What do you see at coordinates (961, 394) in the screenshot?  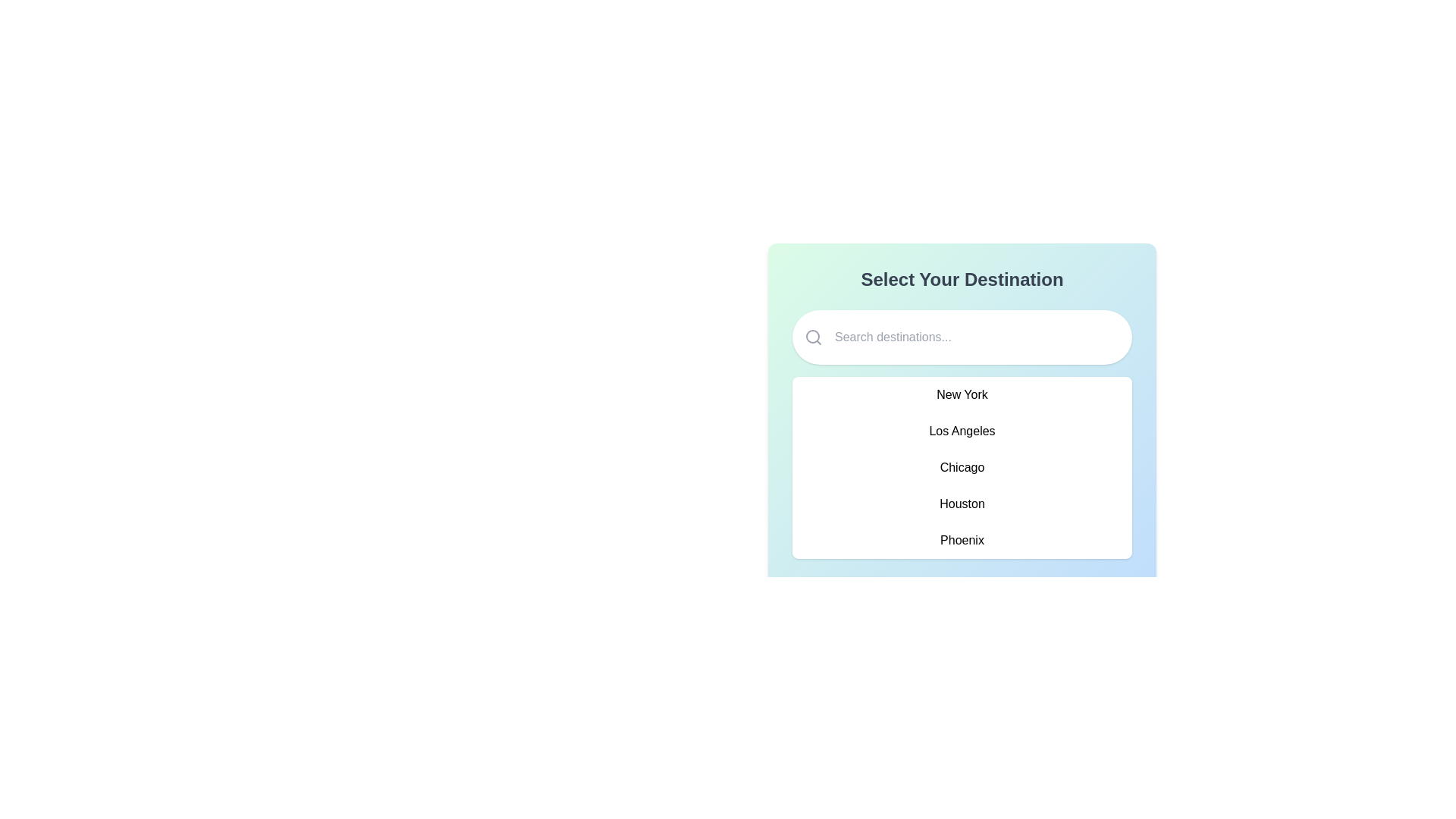 I see `the list item representing 'New York'` at bounding box center [961, 394].